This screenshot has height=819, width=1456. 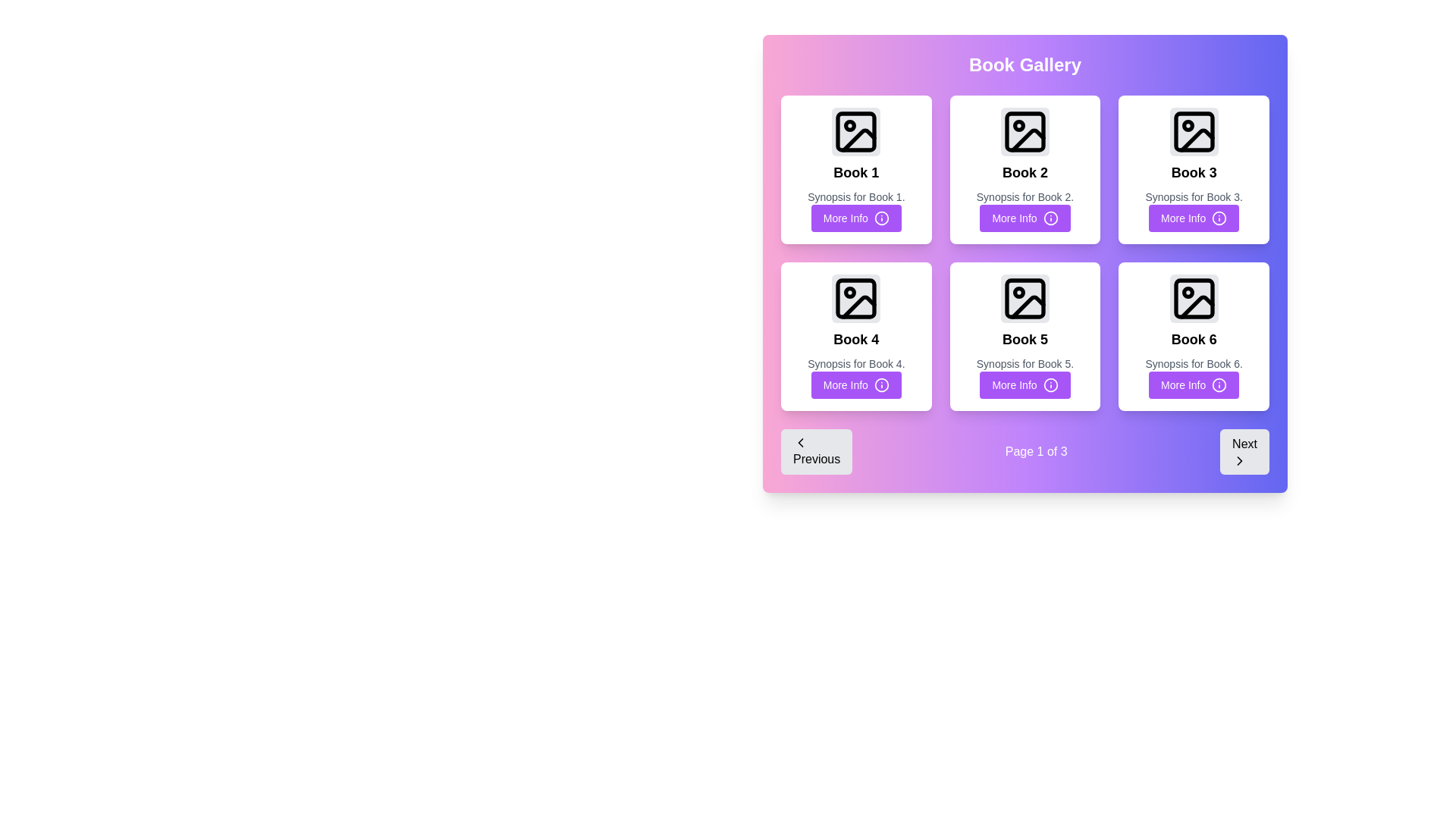 What do you see at coordinates (1193, 169) in the screenshot?
I see `the 'Book 3' information card located in the first row, third column of the grid layout` at bounding box center [1193, 169].